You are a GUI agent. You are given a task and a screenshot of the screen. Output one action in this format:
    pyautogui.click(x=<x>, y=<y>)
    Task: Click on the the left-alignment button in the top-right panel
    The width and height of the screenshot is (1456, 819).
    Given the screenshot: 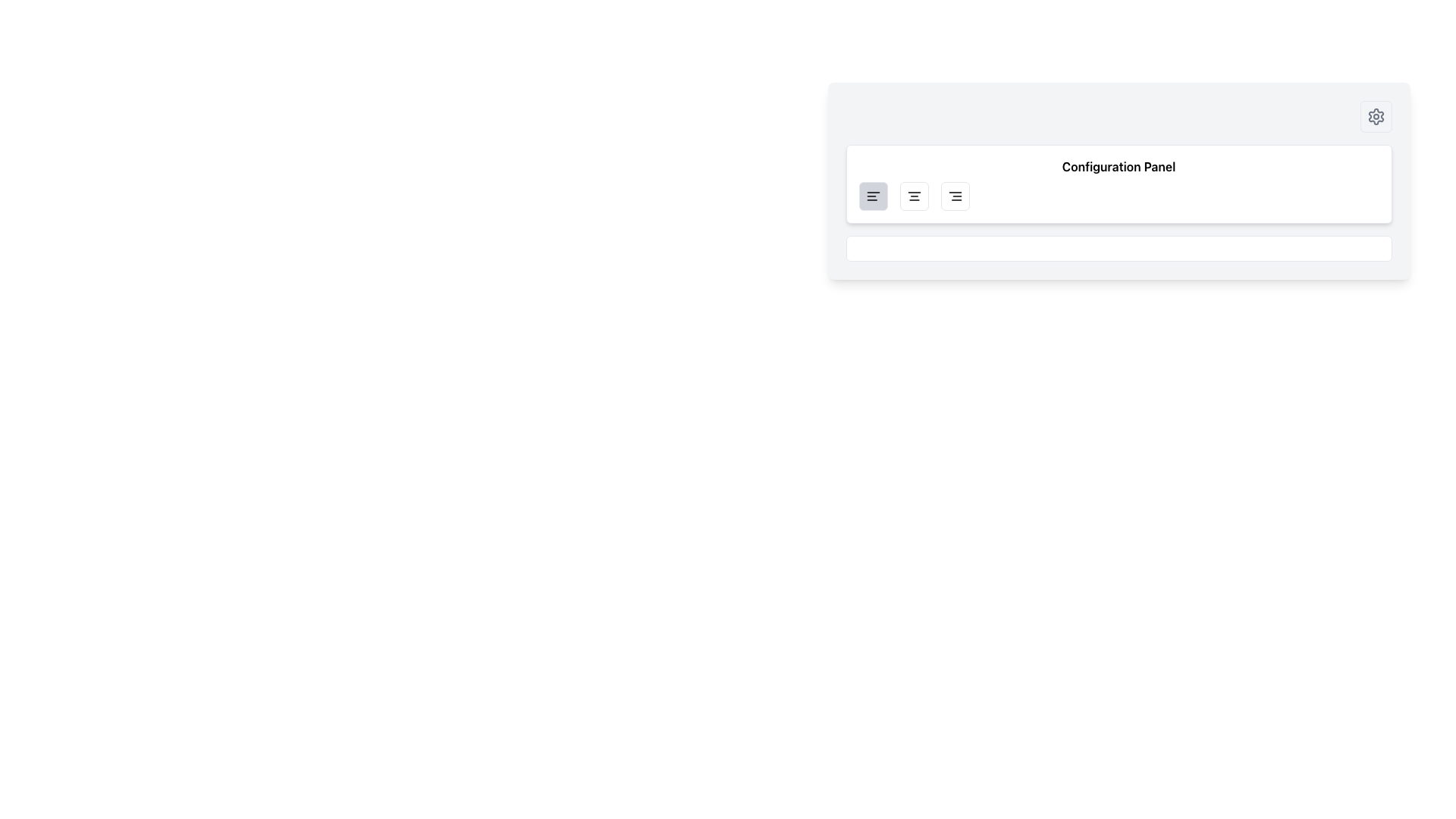 What is the action you would take?
    pyautogui.click(x=873, y=195)
    